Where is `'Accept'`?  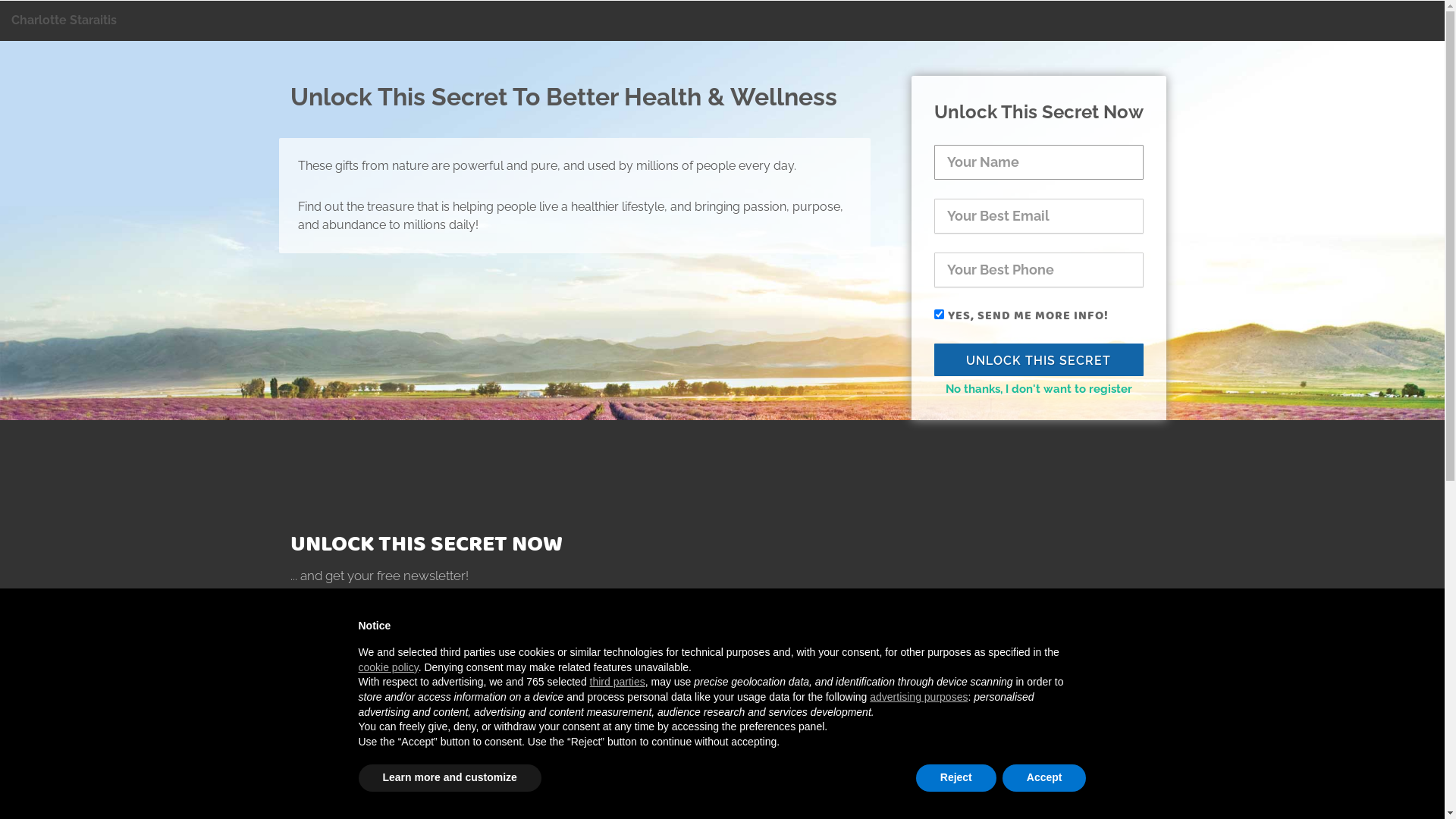
'Accept' is located at coordinates (1043, 778).